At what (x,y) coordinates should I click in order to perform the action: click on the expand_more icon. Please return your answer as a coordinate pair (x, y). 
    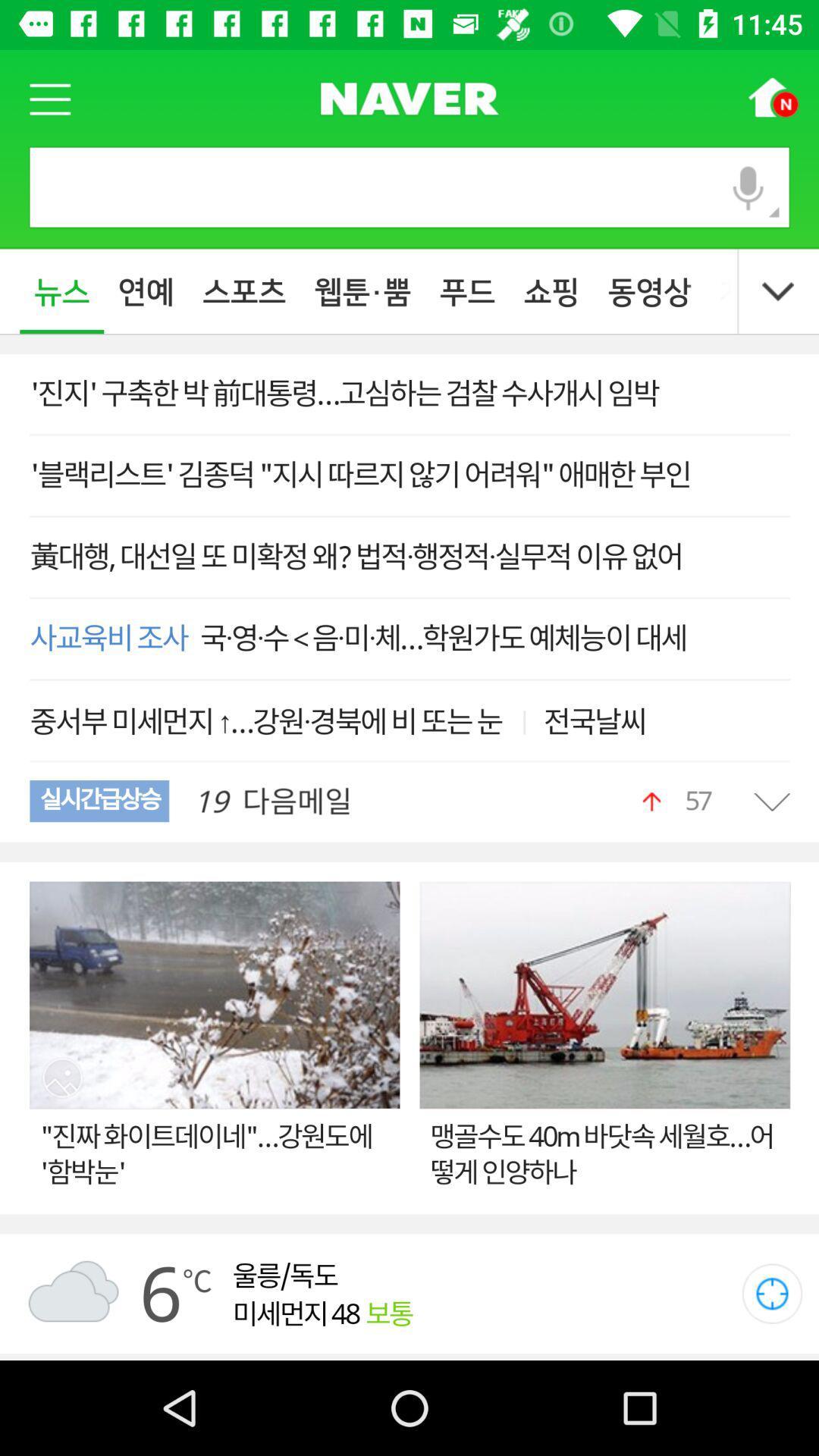
    Looking at the image, I should click on (778, 292).